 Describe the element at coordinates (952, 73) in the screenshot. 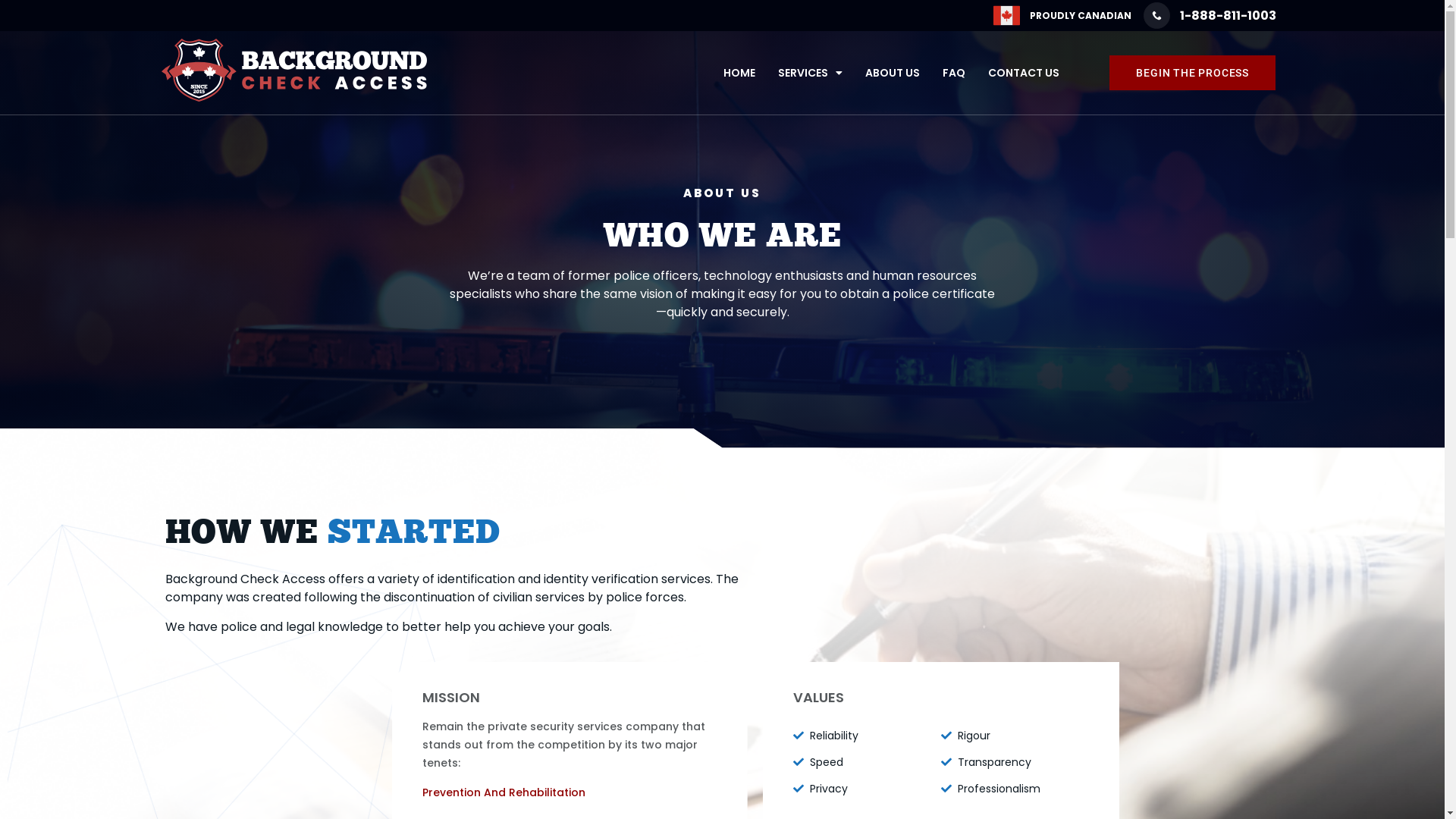

I see `'FAQ'` at that location.